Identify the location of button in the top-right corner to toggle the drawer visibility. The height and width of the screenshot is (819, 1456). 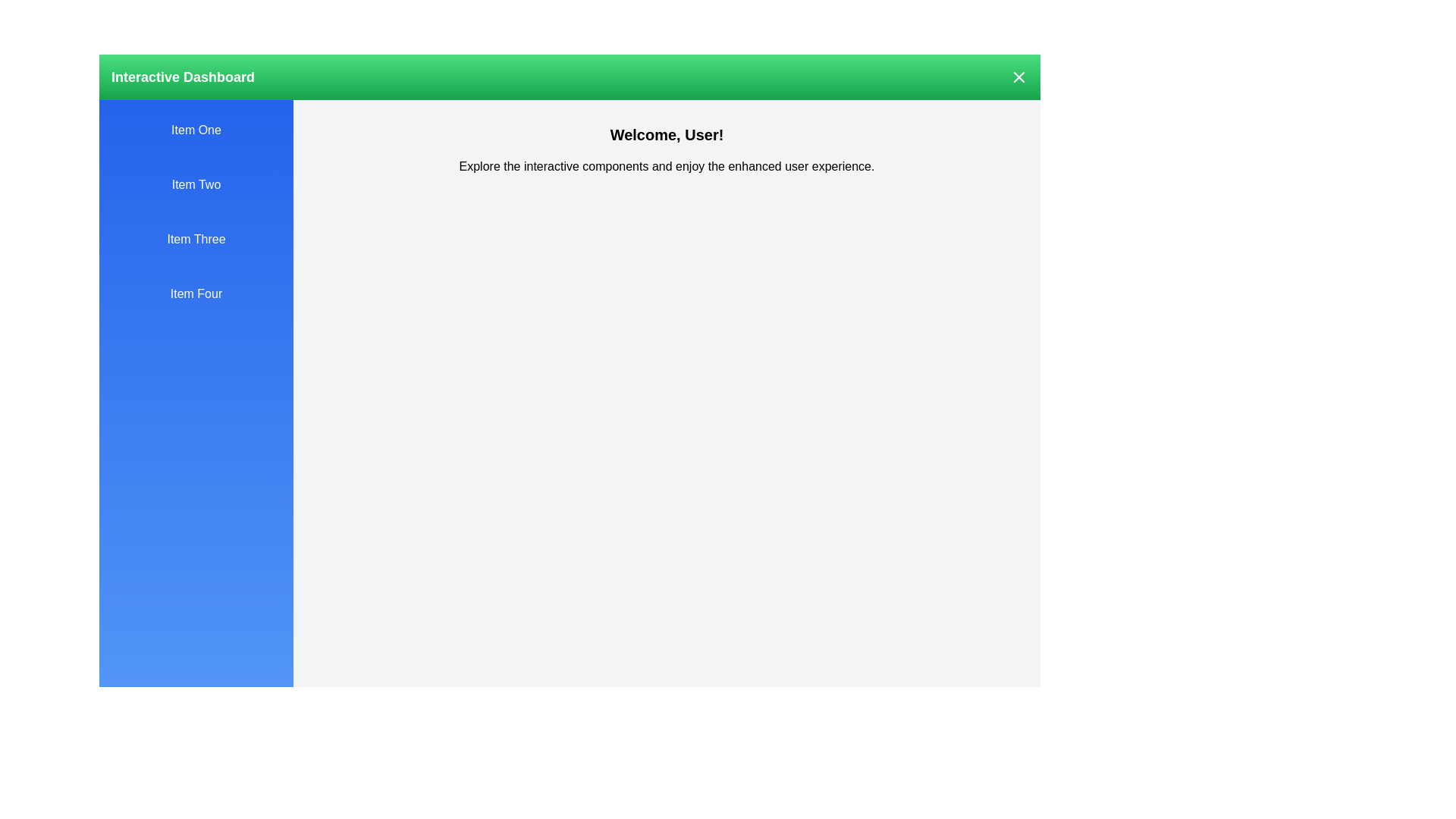
(1019, 77).